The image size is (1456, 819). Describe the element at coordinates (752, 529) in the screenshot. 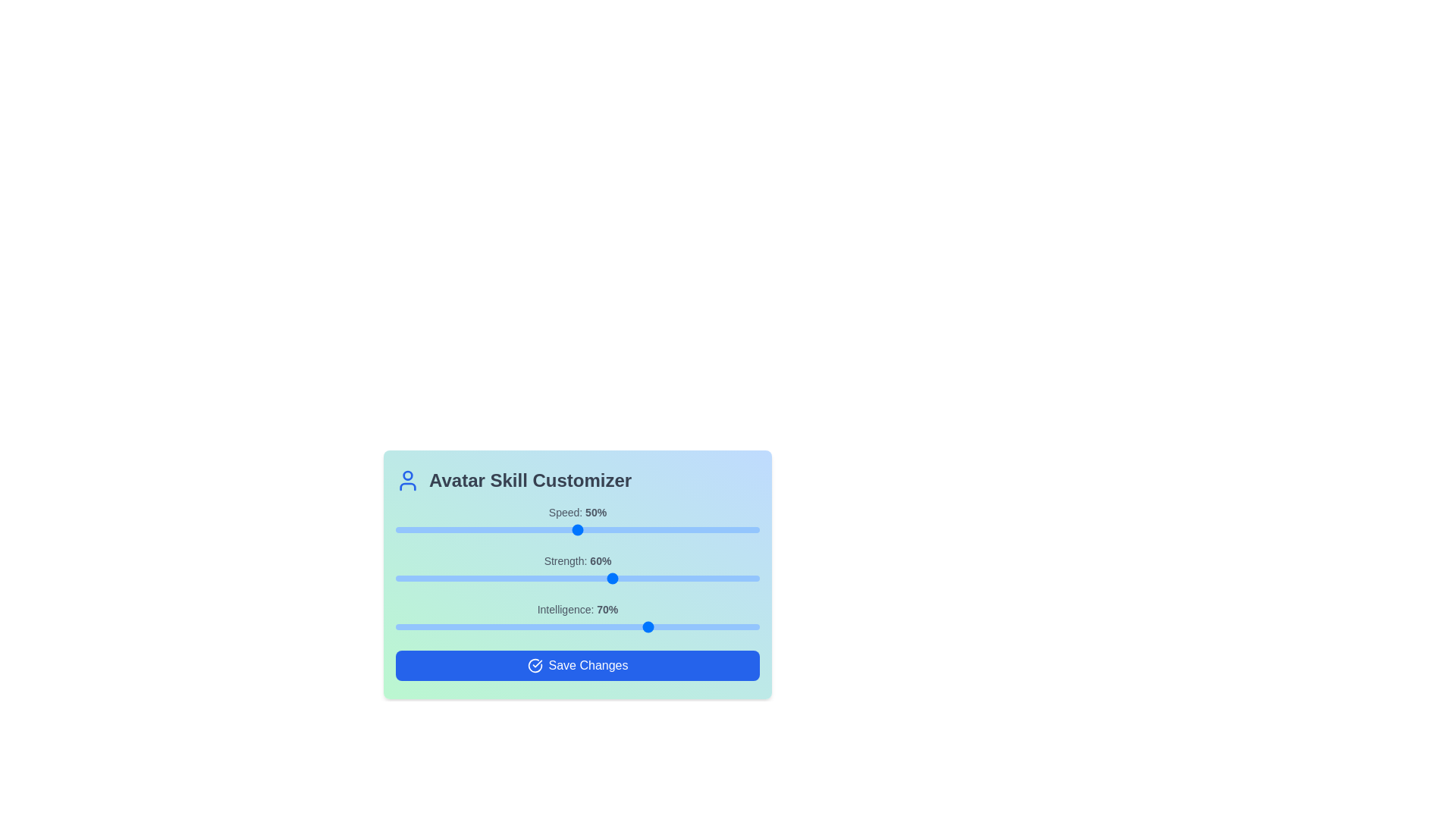

I see `the speed` at that location.